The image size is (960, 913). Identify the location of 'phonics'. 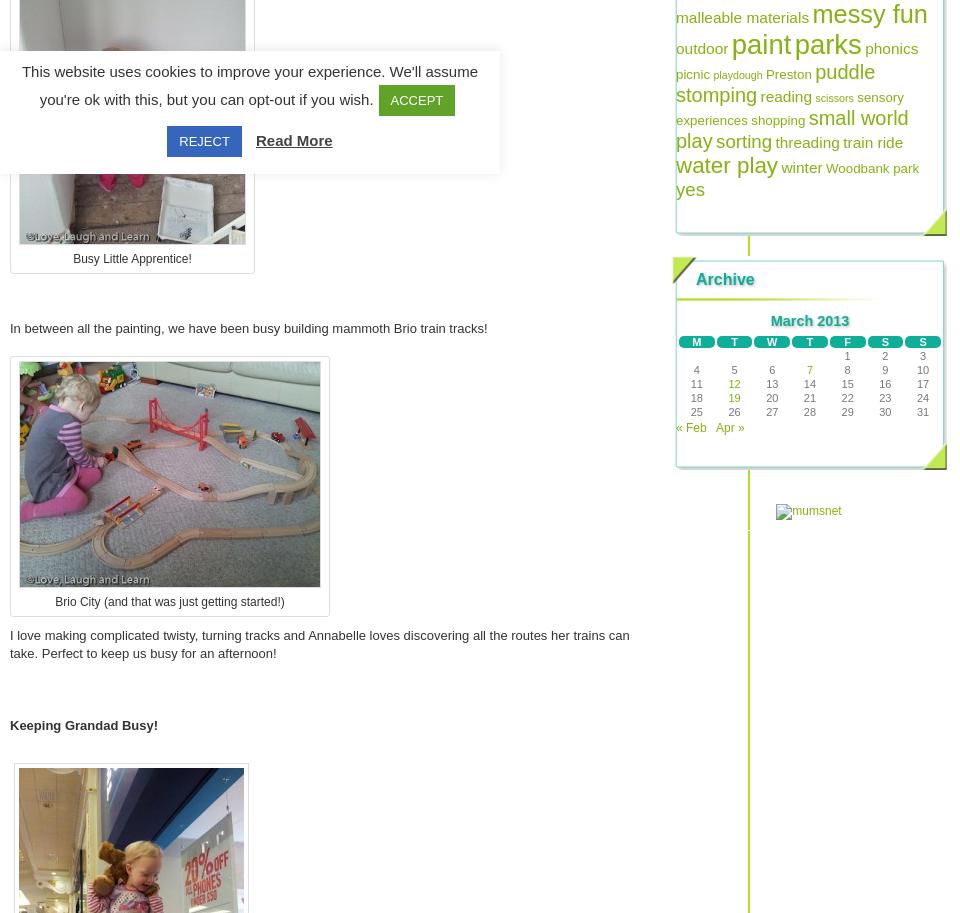
(890, 47).